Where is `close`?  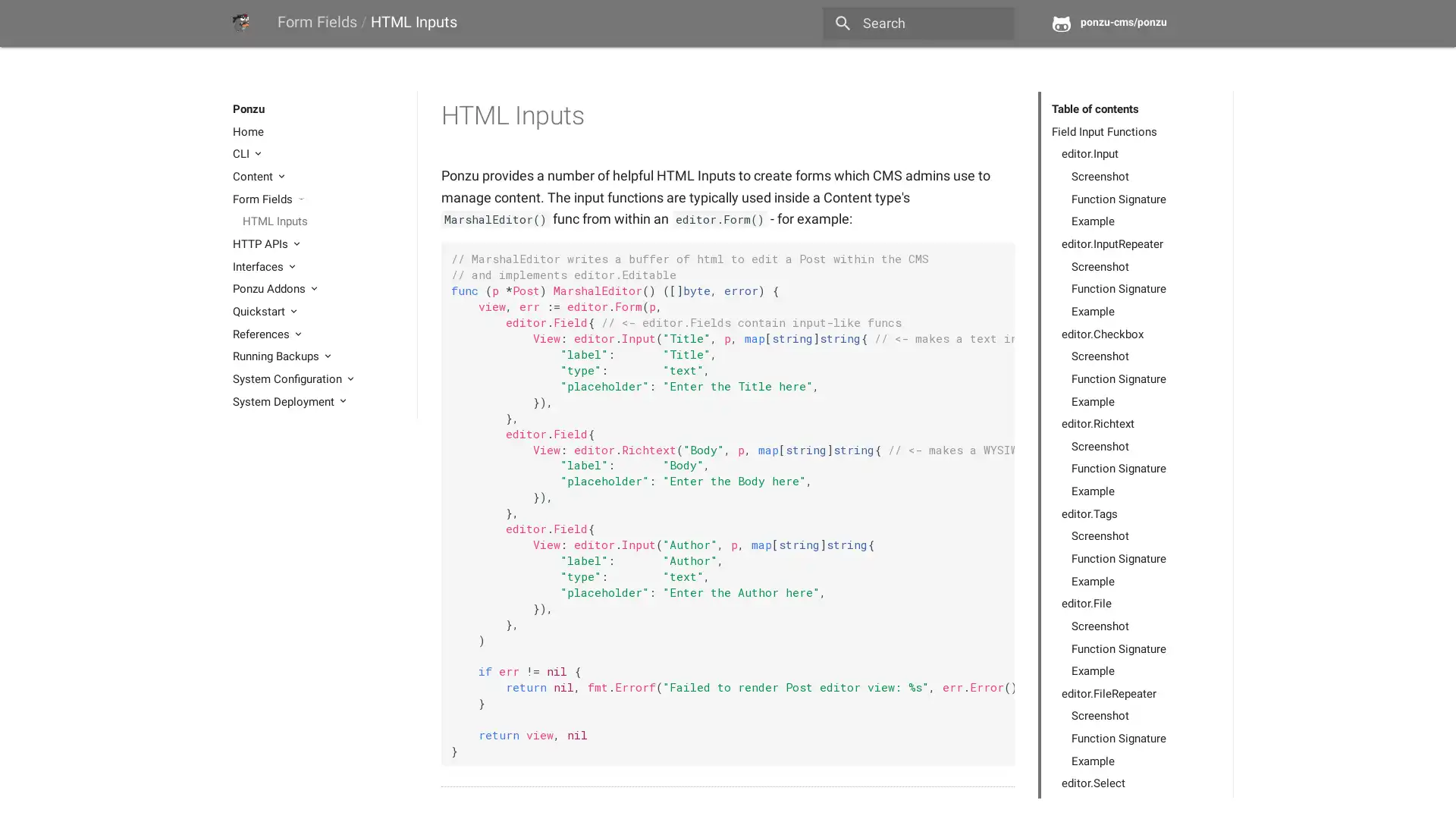 close is located at coordinates (994, 23).